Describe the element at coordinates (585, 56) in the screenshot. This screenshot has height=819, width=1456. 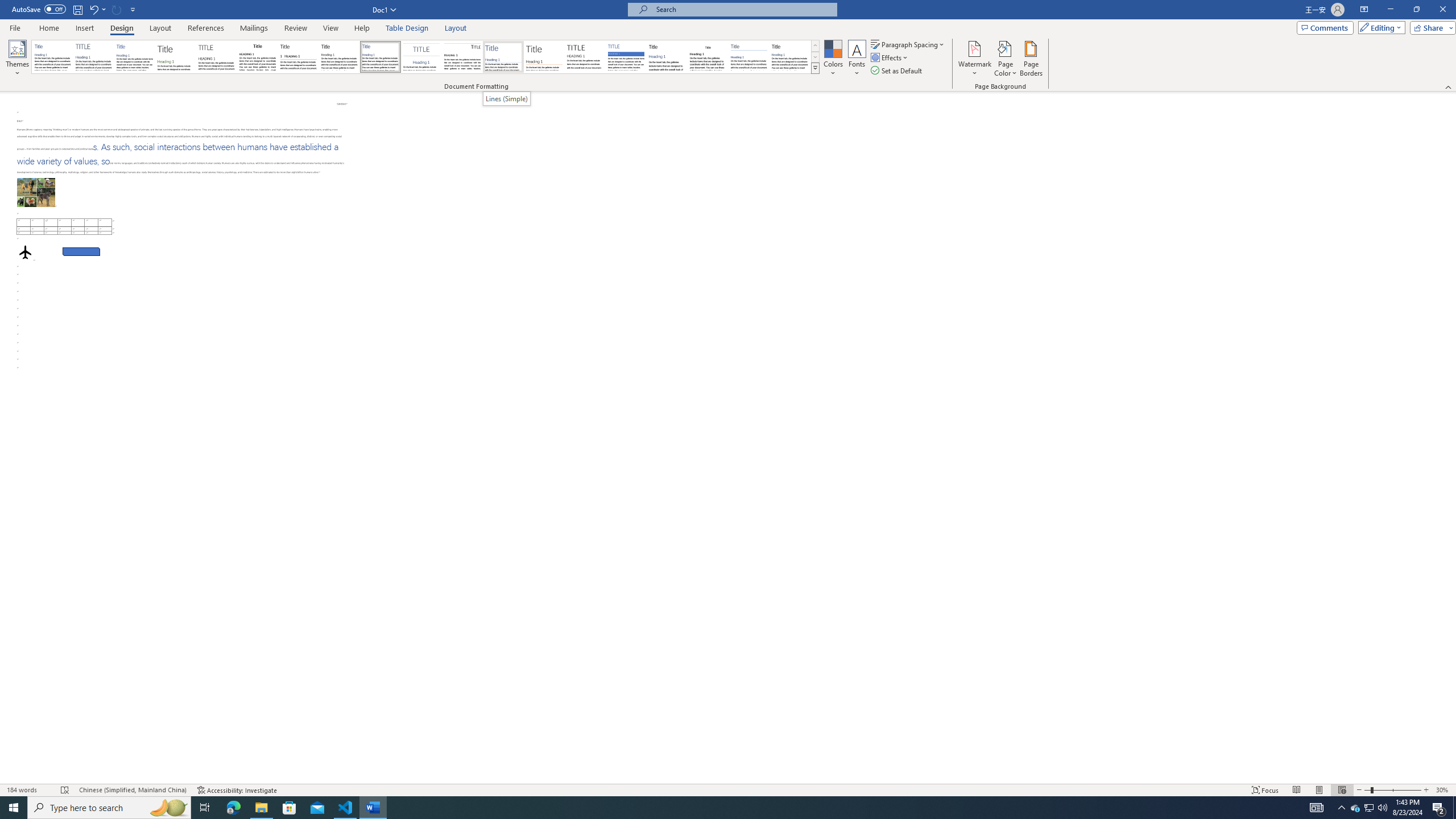
I see `'Minimalist'` at that location.